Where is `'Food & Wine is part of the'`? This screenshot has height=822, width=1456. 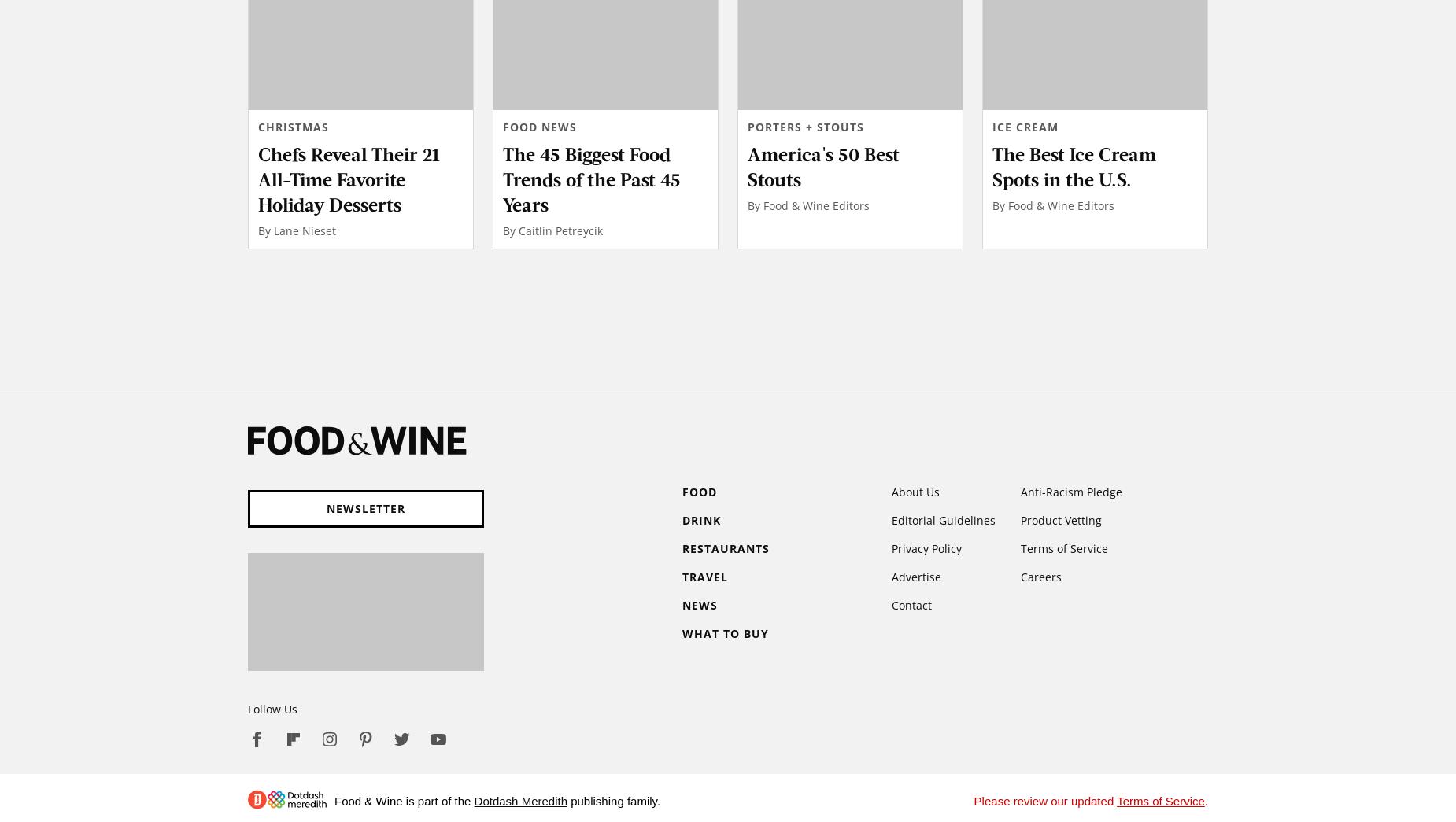
'Food & Wine is part of the' is located at coordinates (404, 800).